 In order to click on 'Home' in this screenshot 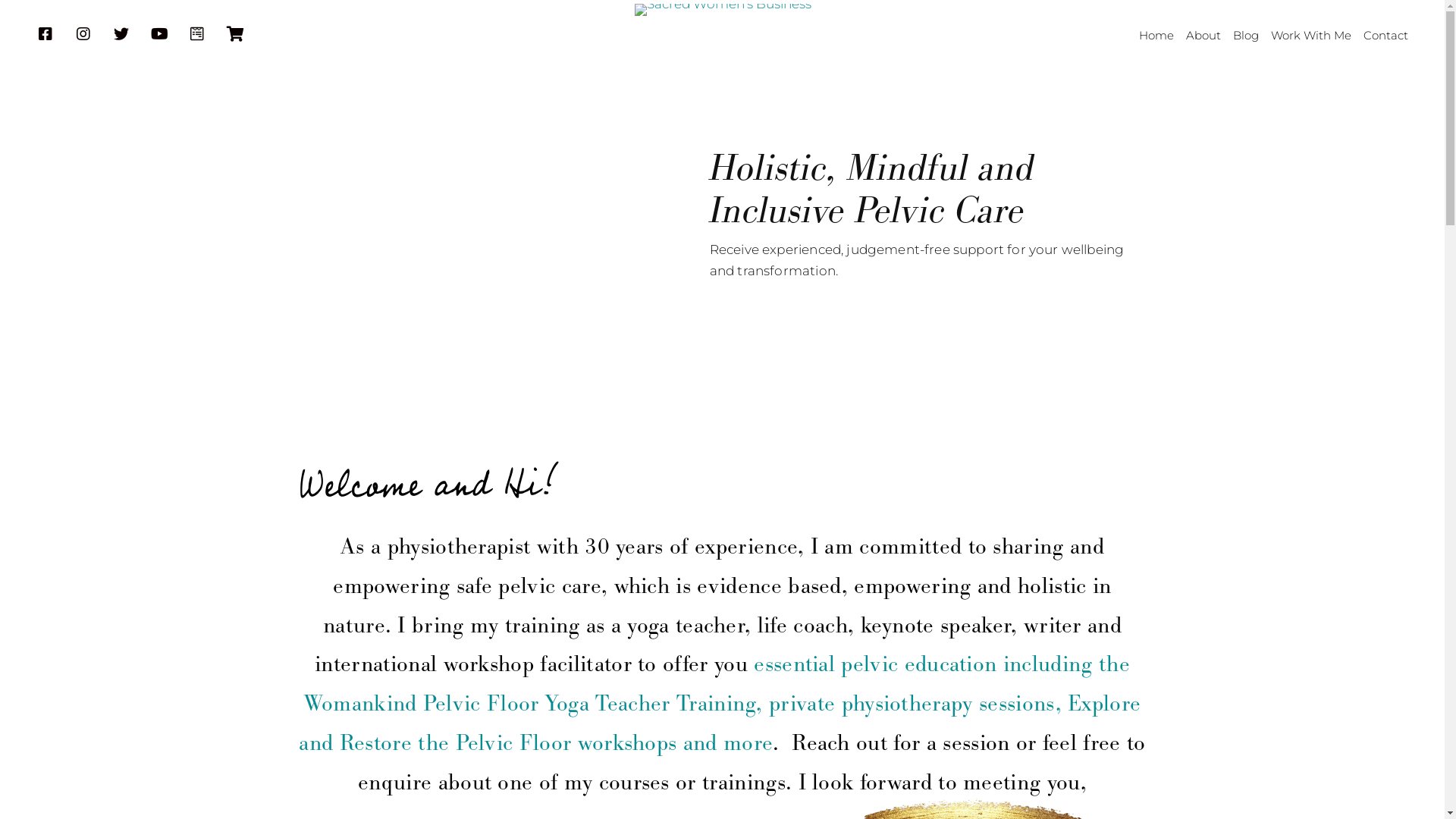, I will do `click(1156, 35)`.